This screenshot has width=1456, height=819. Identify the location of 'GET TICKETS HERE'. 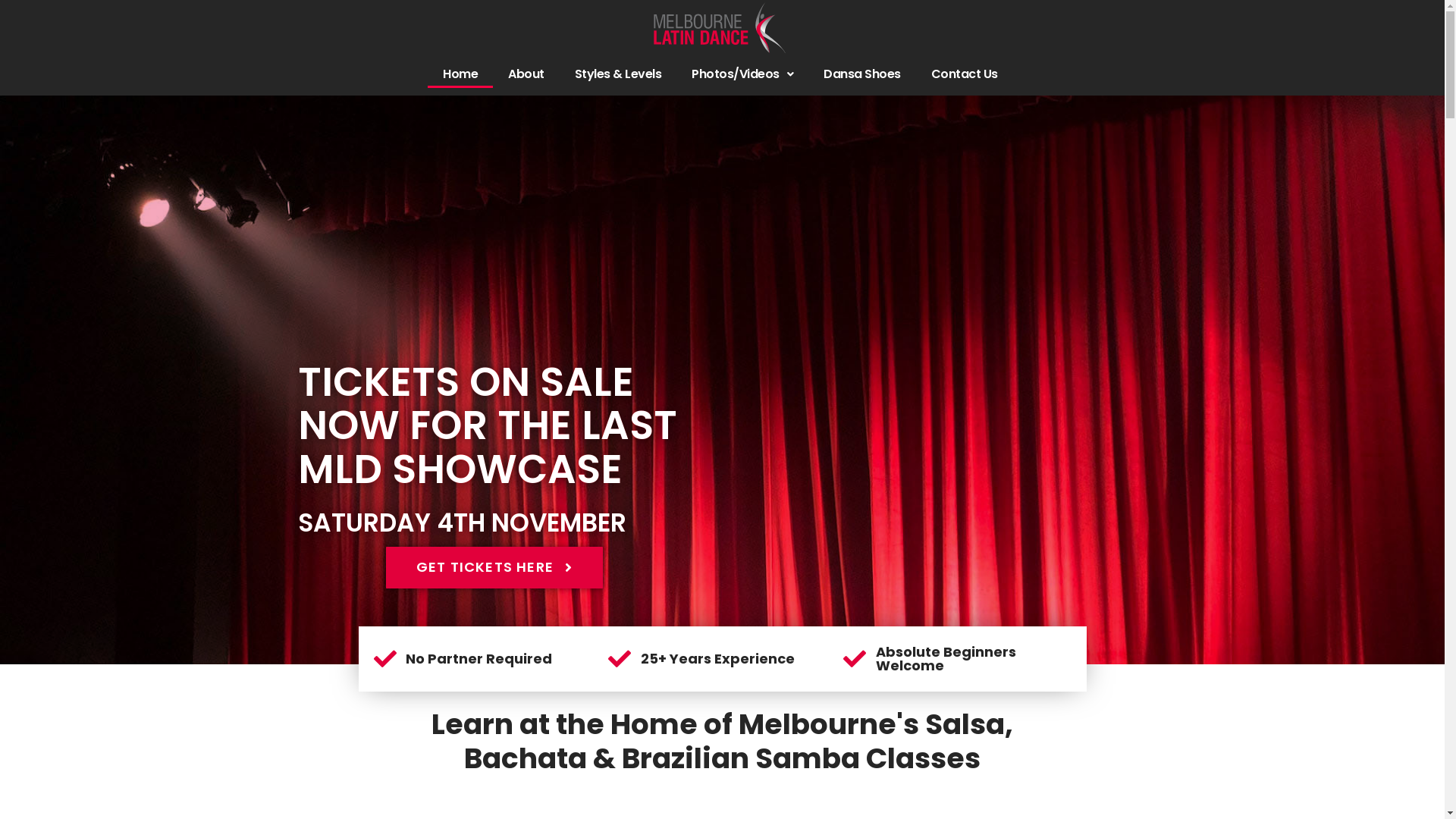
(494, 567).